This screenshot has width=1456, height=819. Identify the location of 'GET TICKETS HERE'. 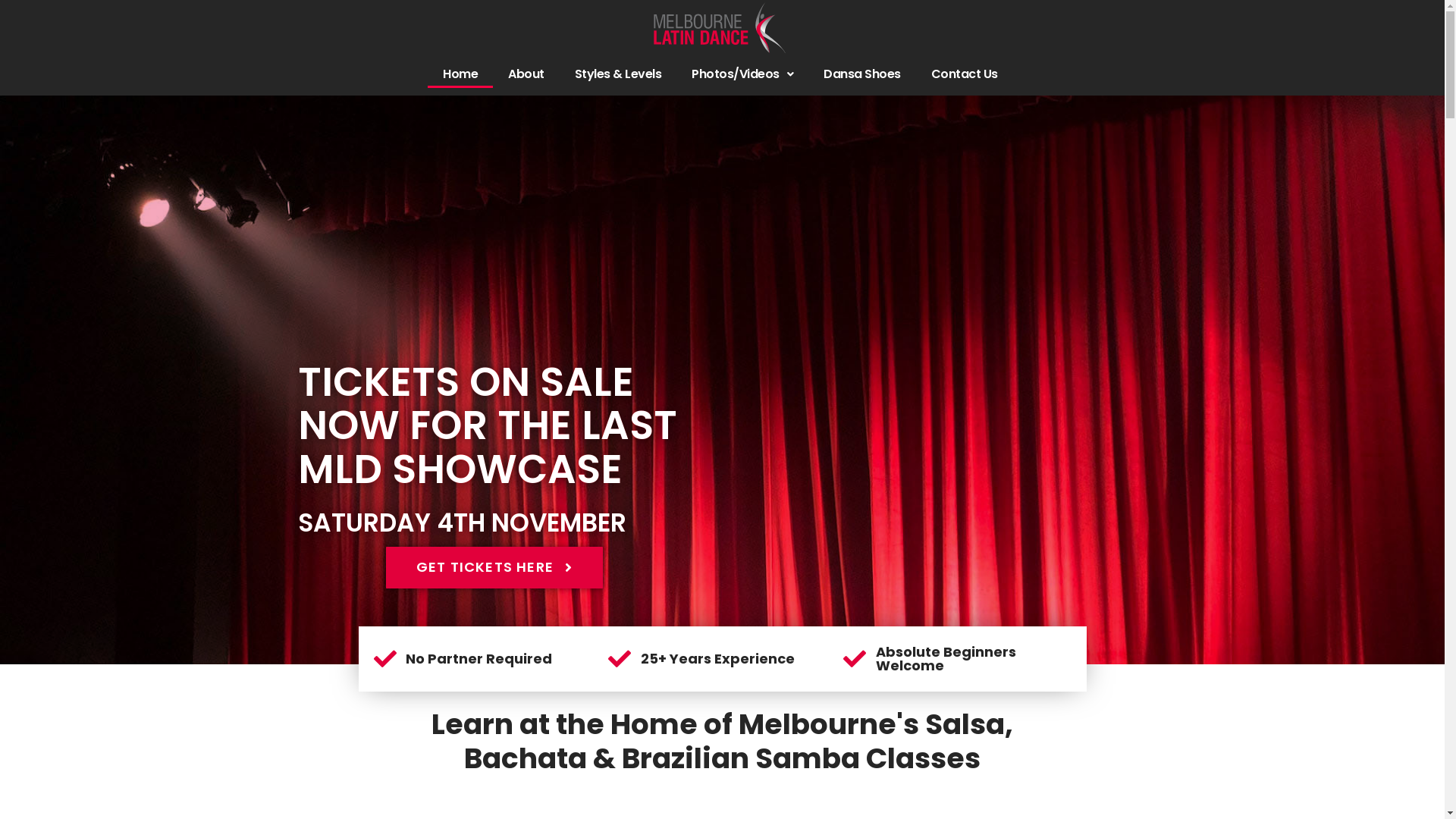
(494, 567).